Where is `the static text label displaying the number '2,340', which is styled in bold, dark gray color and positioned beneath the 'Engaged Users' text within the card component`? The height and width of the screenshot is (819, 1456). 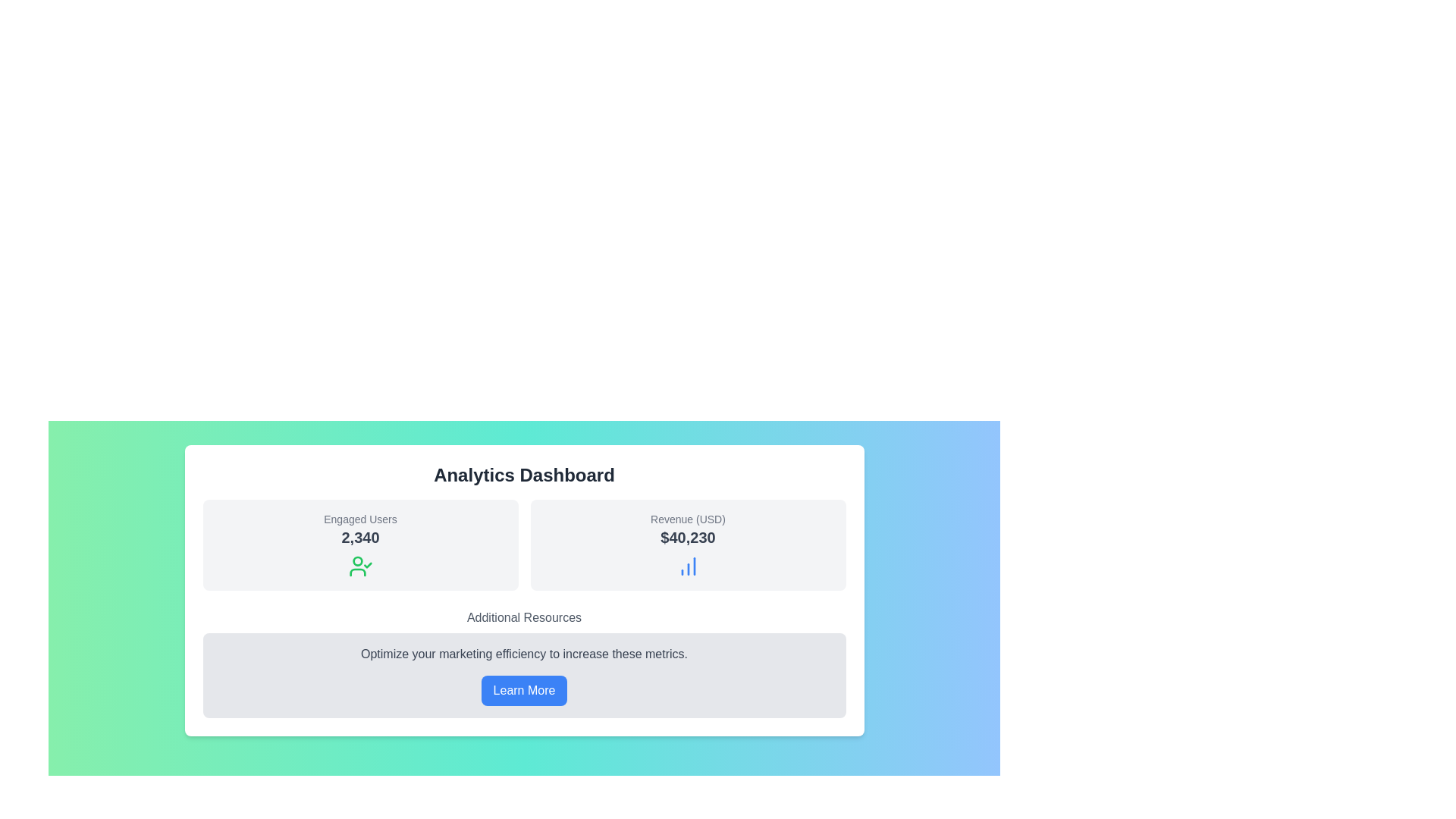
the static text label displaying the number '2,340', which is styled in bold, dark gray color and positioned beneath the 'Engaged Users' text within the card component is located at coordinates (359, 537).